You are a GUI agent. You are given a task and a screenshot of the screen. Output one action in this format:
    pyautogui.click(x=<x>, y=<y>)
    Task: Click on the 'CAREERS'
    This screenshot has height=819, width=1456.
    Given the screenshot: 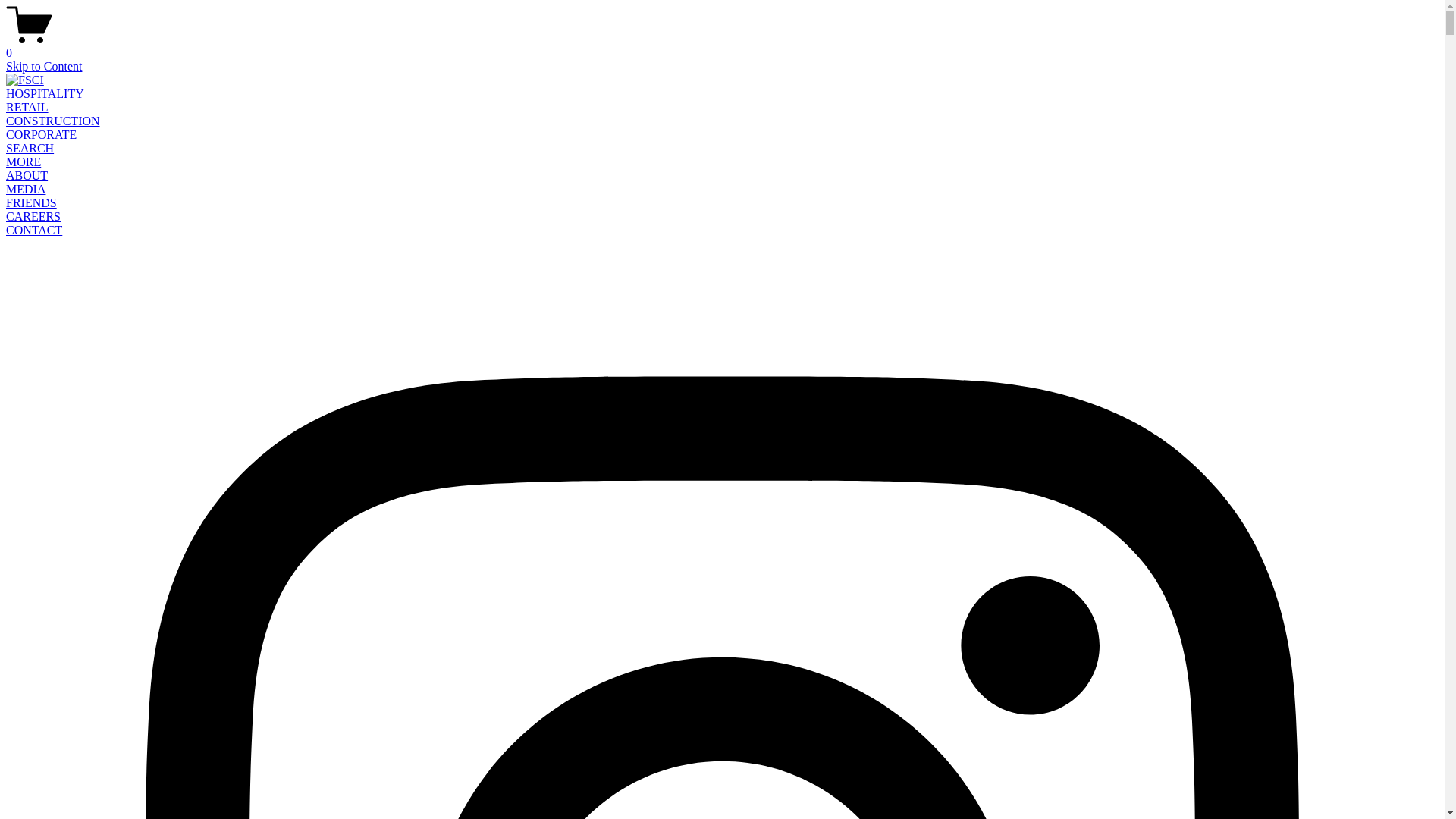 What is the action you would take?
    pyautogui.click(x=6, y=216)
    